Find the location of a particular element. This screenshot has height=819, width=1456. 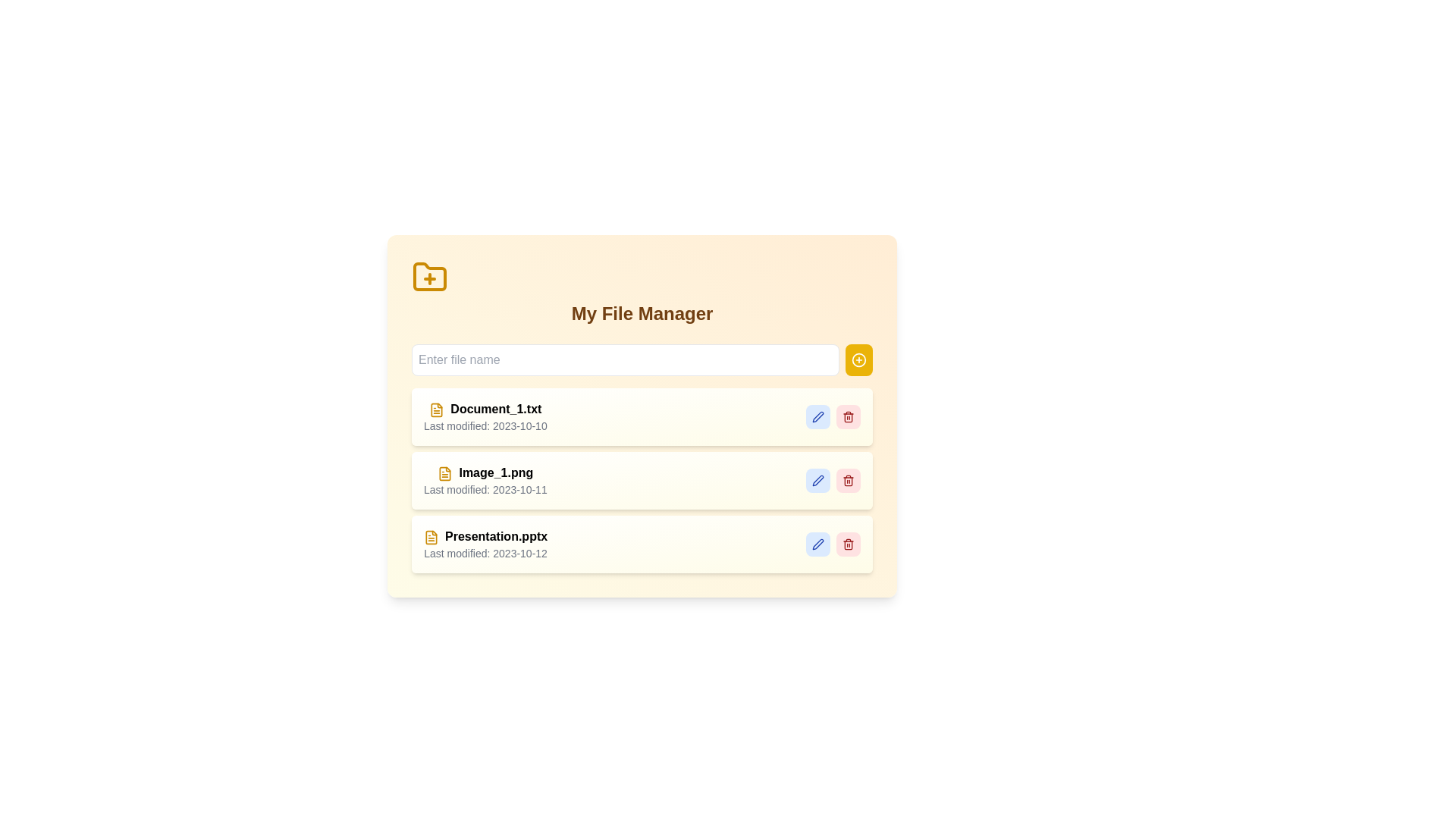

the file entry item representing the text file, located at the center-left part of the interface is located at coordinates (484, 417).